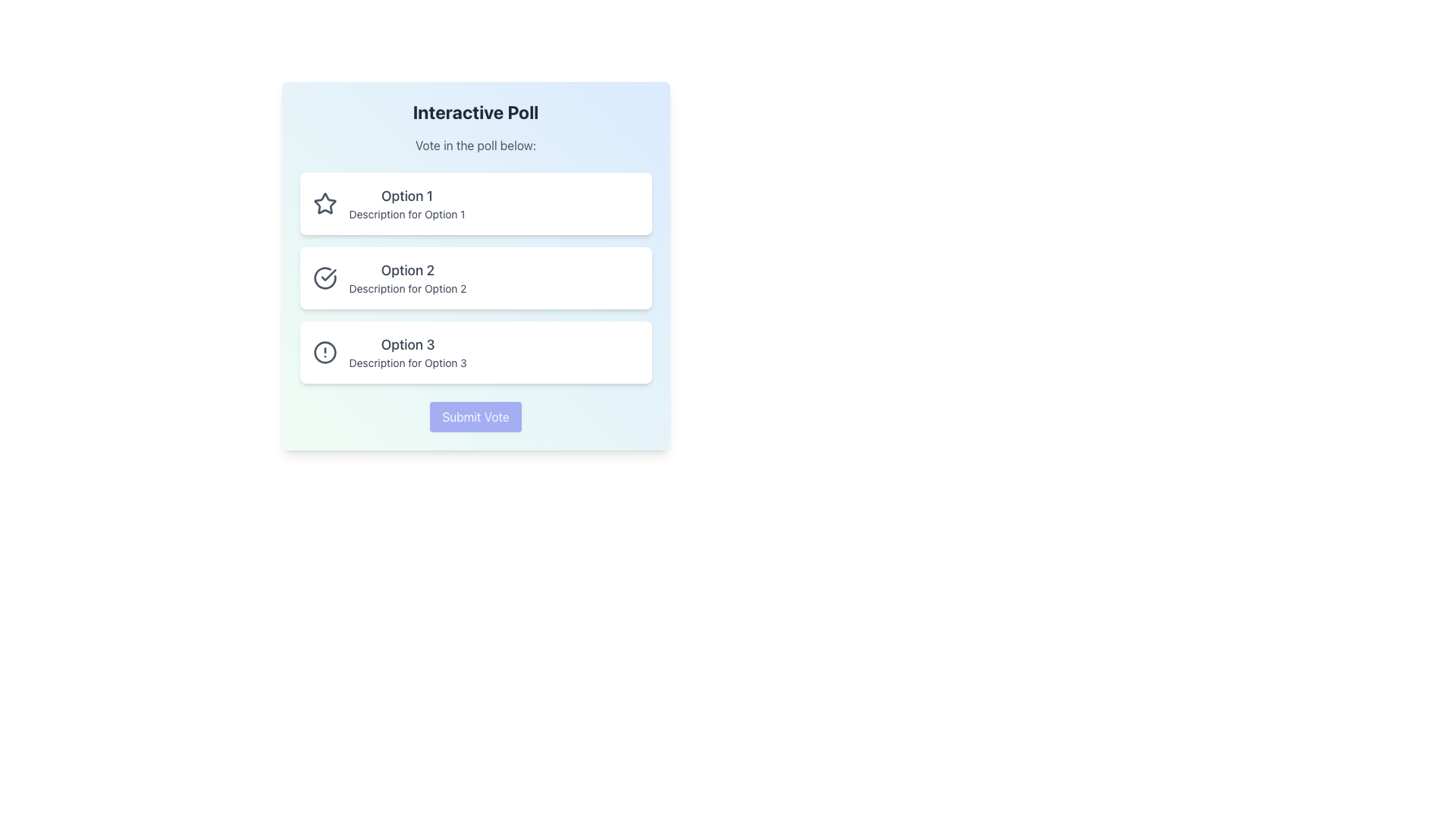 The width and height of the screenshot is (1456, 819). What do you see at coordinates (475, 278) in the screenshot?
I see `the selectable option card in the voting interface, positioned between 'Option 1' and 'Option 3' in the vertically stacked list` at bounding box center [475, 278].